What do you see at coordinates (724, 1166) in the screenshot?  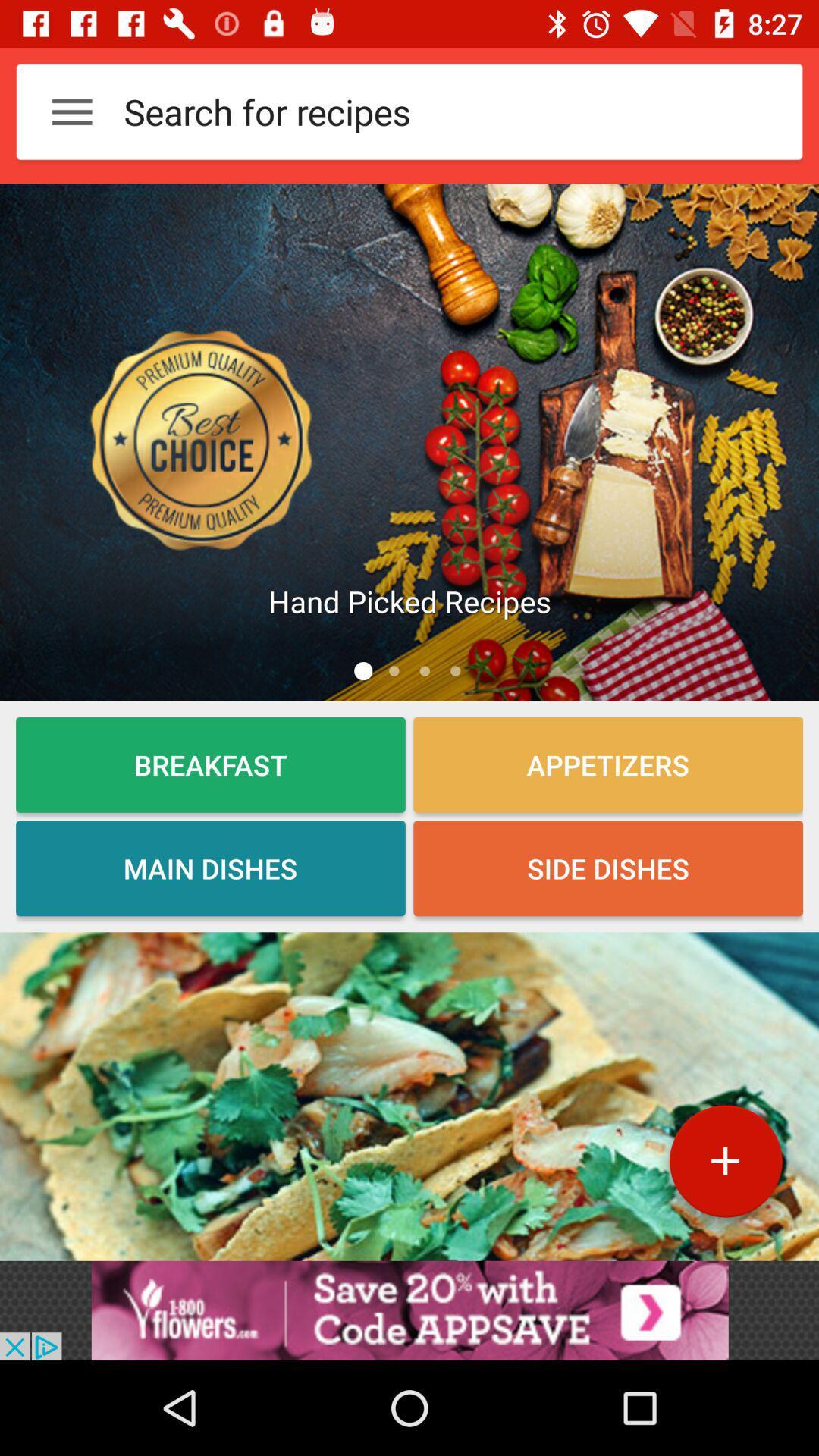 I see `the add icon` at bounding box center [724, 1166].